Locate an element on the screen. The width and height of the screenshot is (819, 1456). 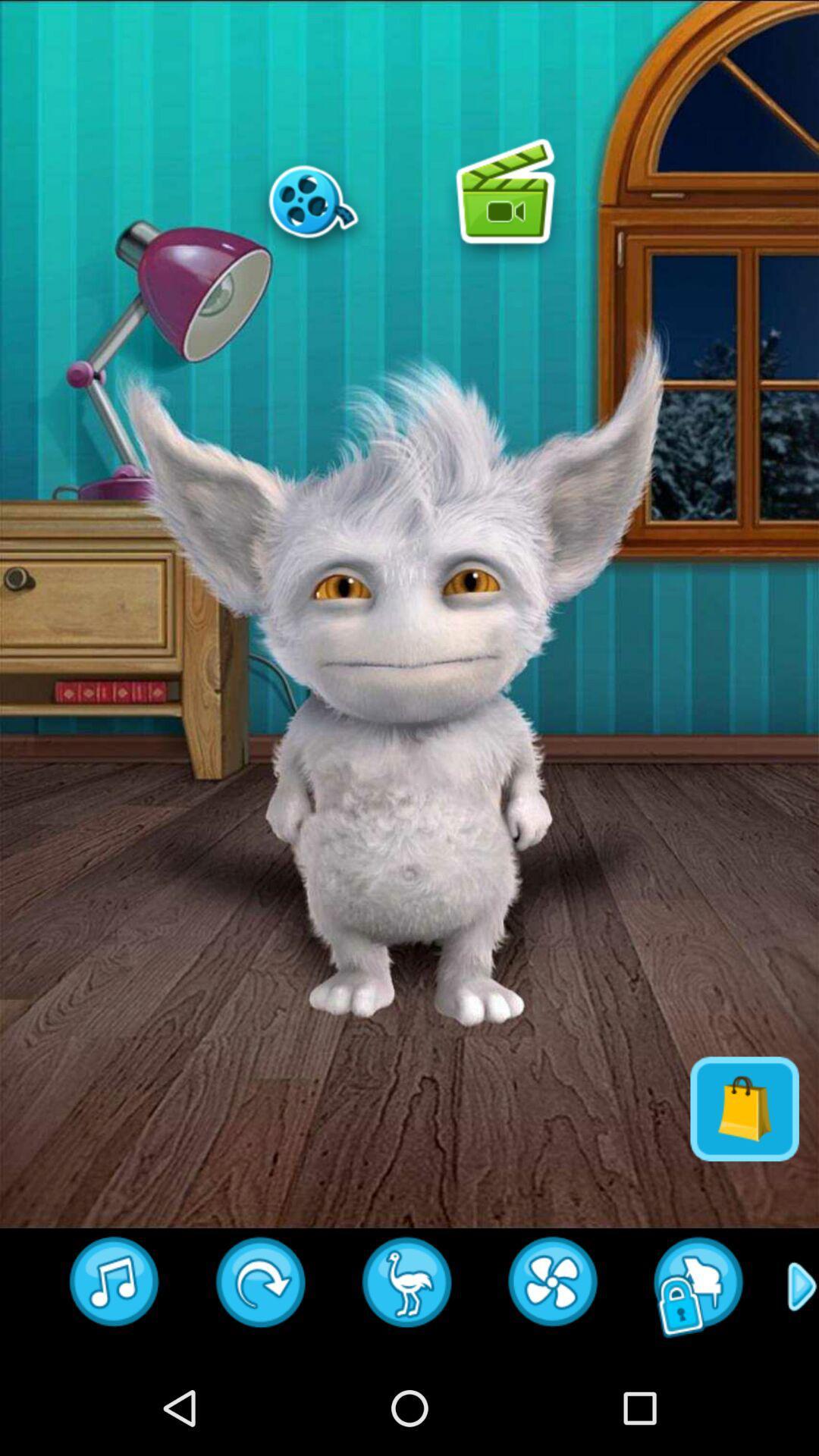
music page is located at coordinates (114, 1286).